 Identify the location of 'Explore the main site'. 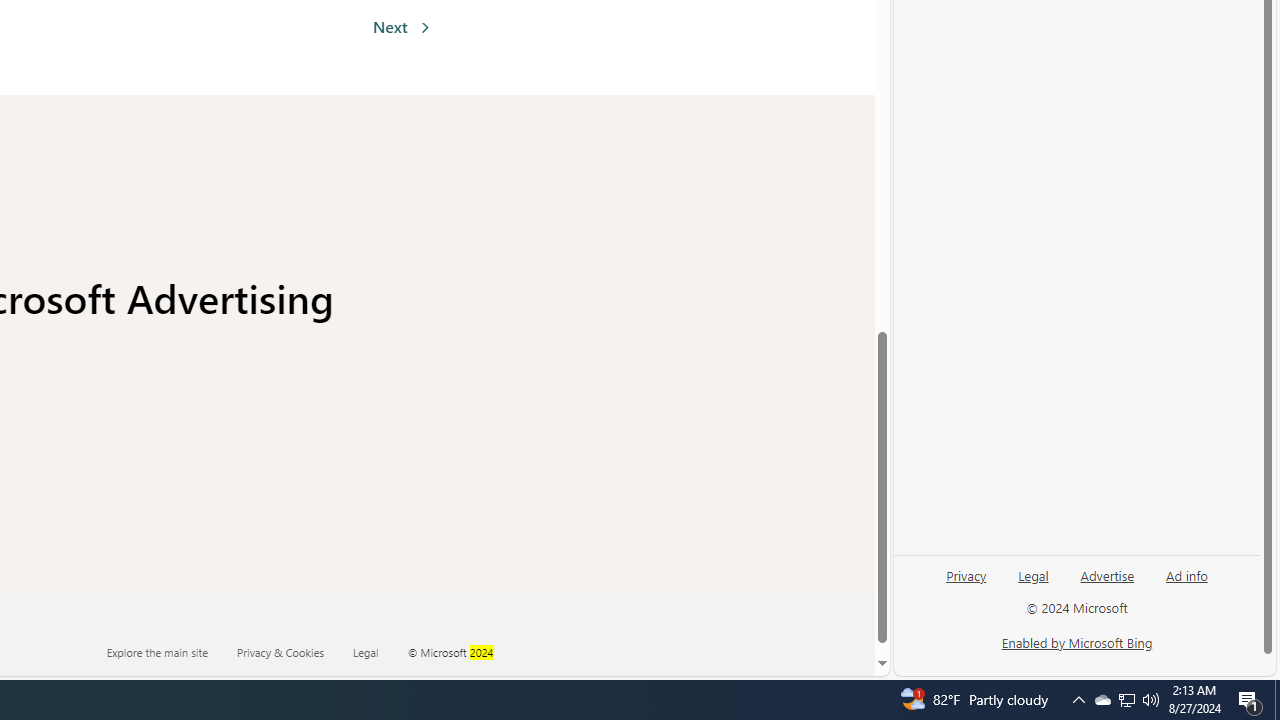
(156, 651).